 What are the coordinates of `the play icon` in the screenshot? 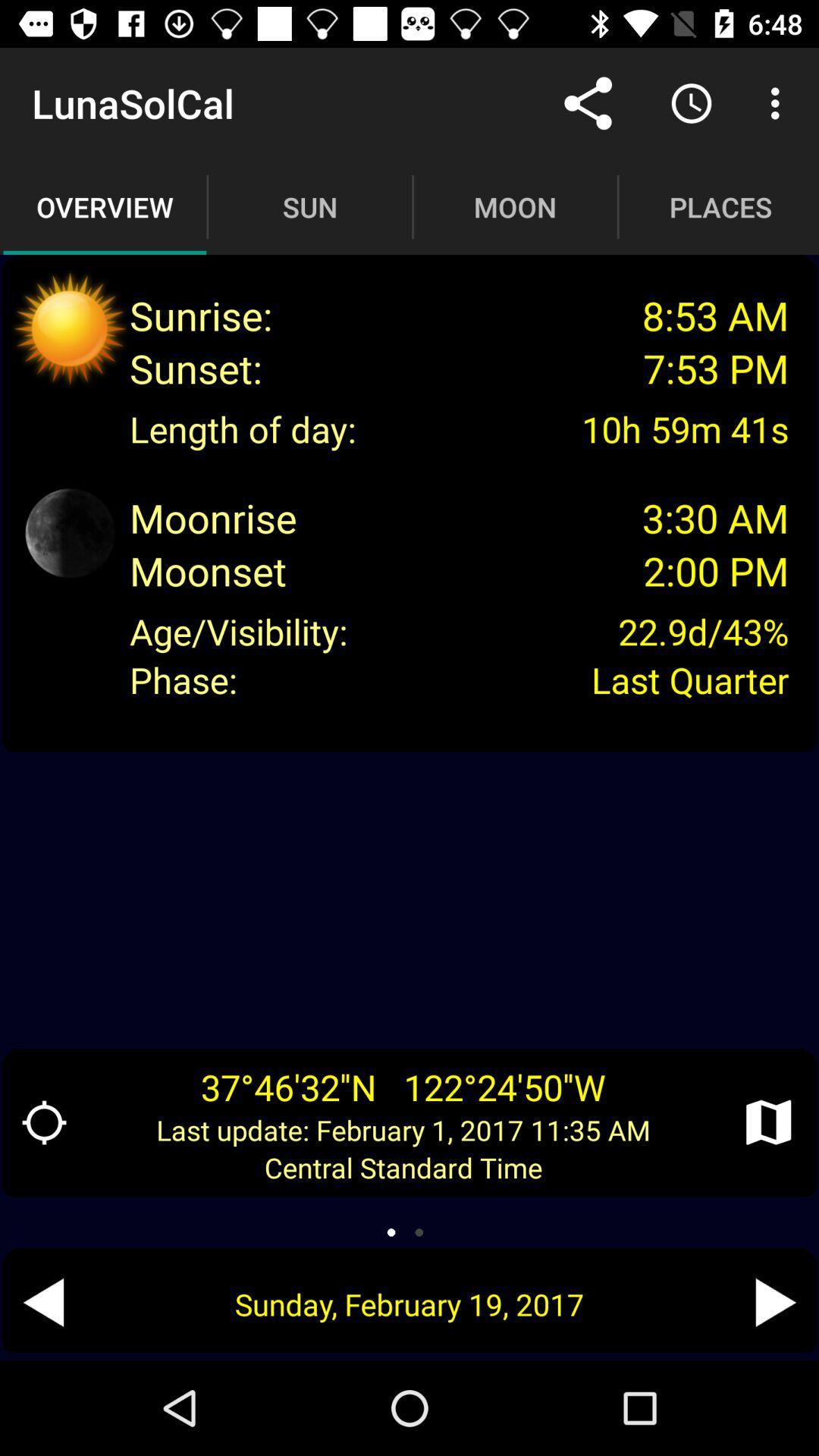 It's located at (775, 1301).